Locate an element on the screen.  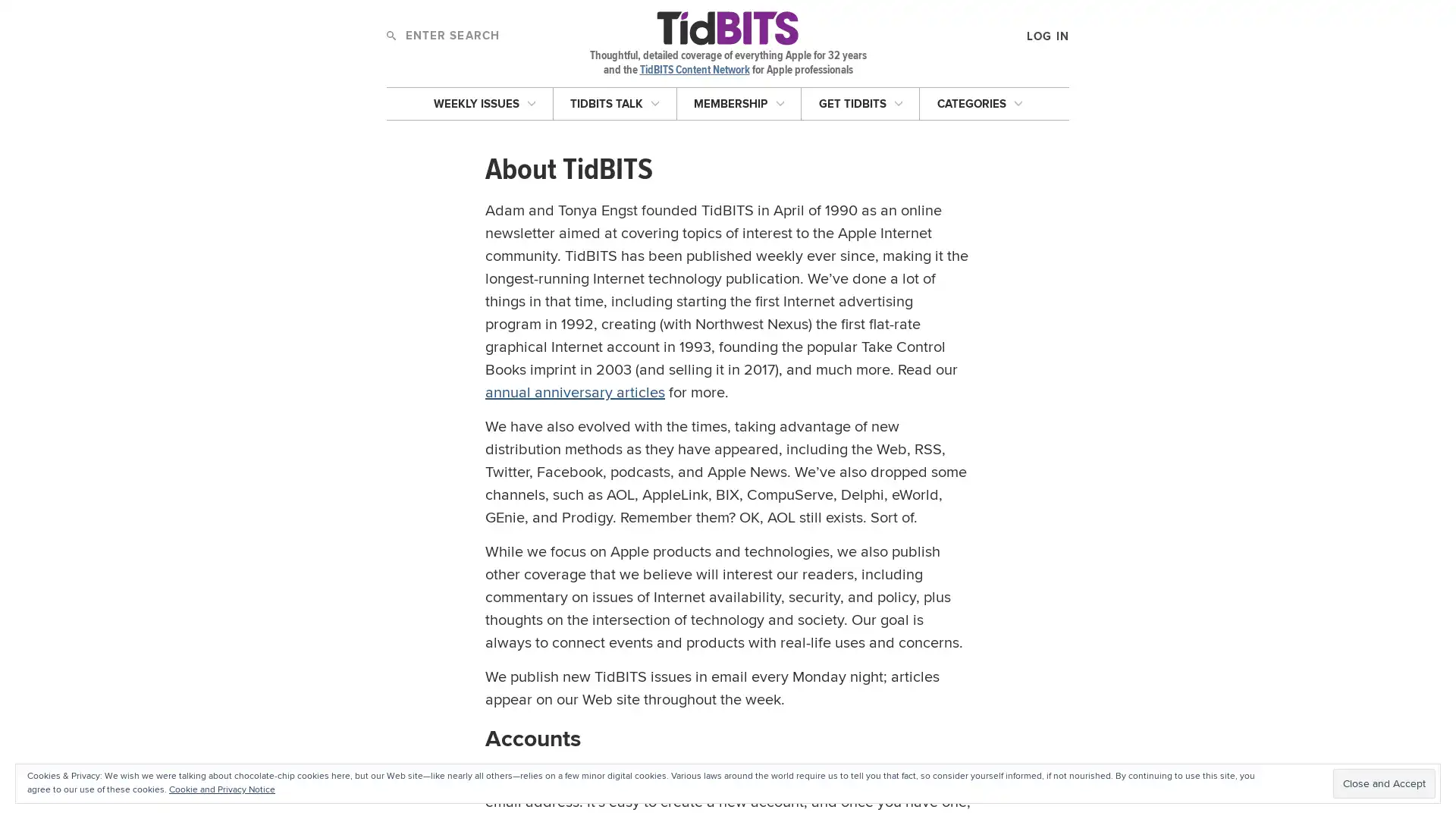
Close and Accept is located at coordinates (1384, 783).